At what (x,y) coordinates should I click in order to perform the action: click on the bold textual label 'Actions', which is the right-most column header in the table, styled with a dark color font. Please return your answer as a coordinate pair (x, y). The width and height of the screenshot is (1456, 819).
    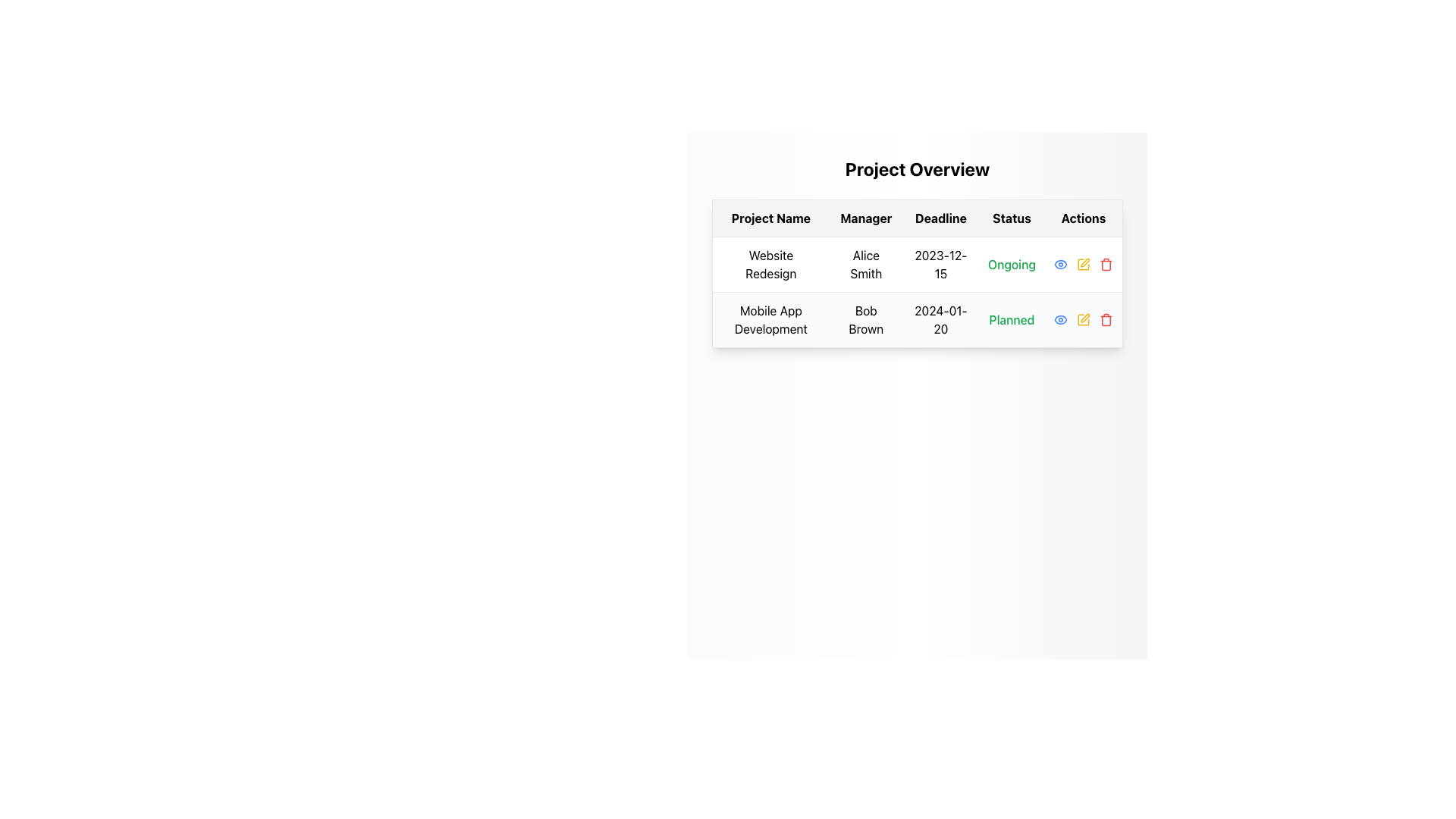
    Looking at the image, I should click on (1083, 218).